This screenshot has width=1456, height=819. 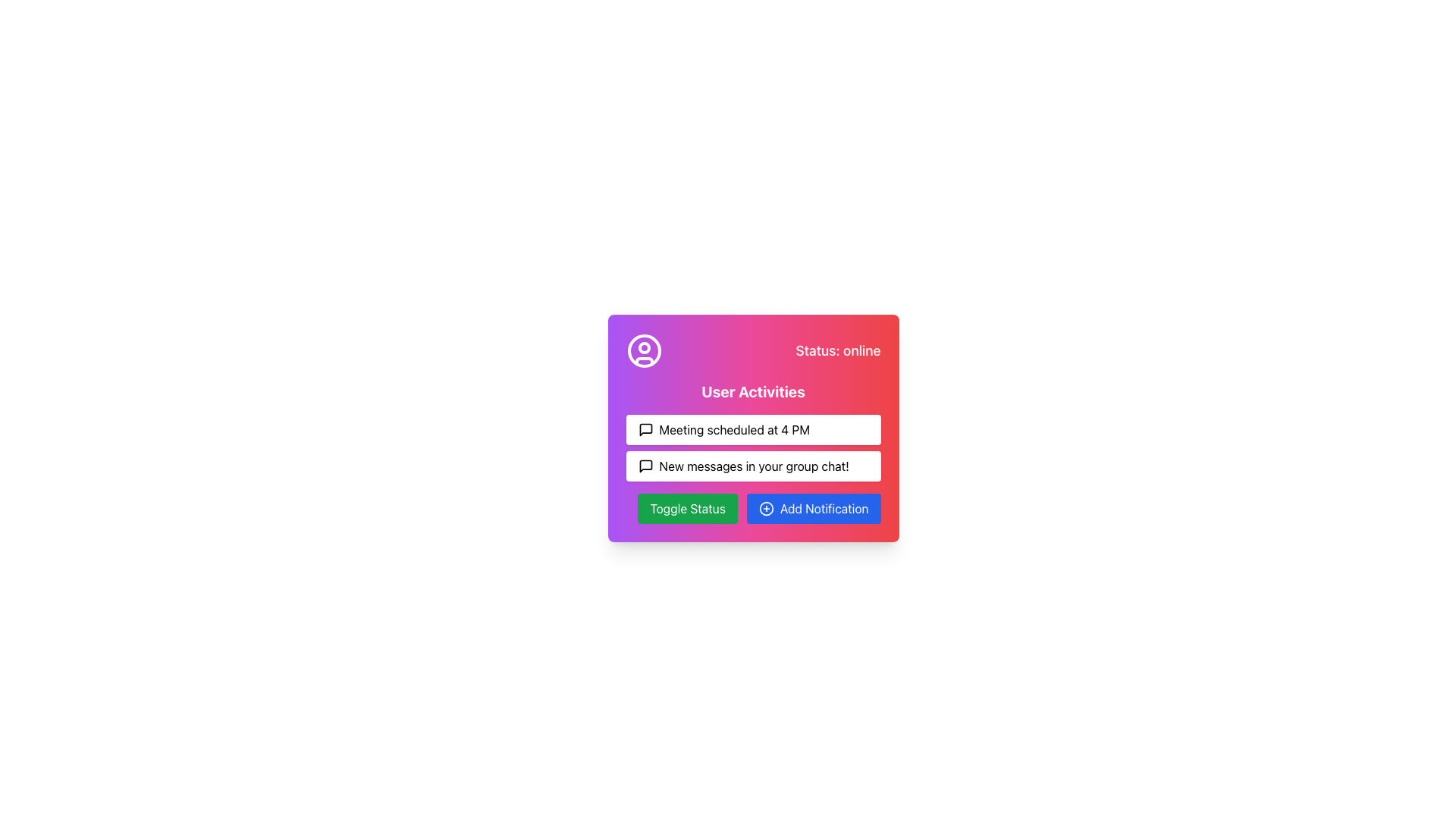 I want to click on the Text element that notifies the user about new messages in the group chat, located centrally towards the bottom half of the user interface, specifically the second item in the list of user activity notifications, so click(x=754, y=465).